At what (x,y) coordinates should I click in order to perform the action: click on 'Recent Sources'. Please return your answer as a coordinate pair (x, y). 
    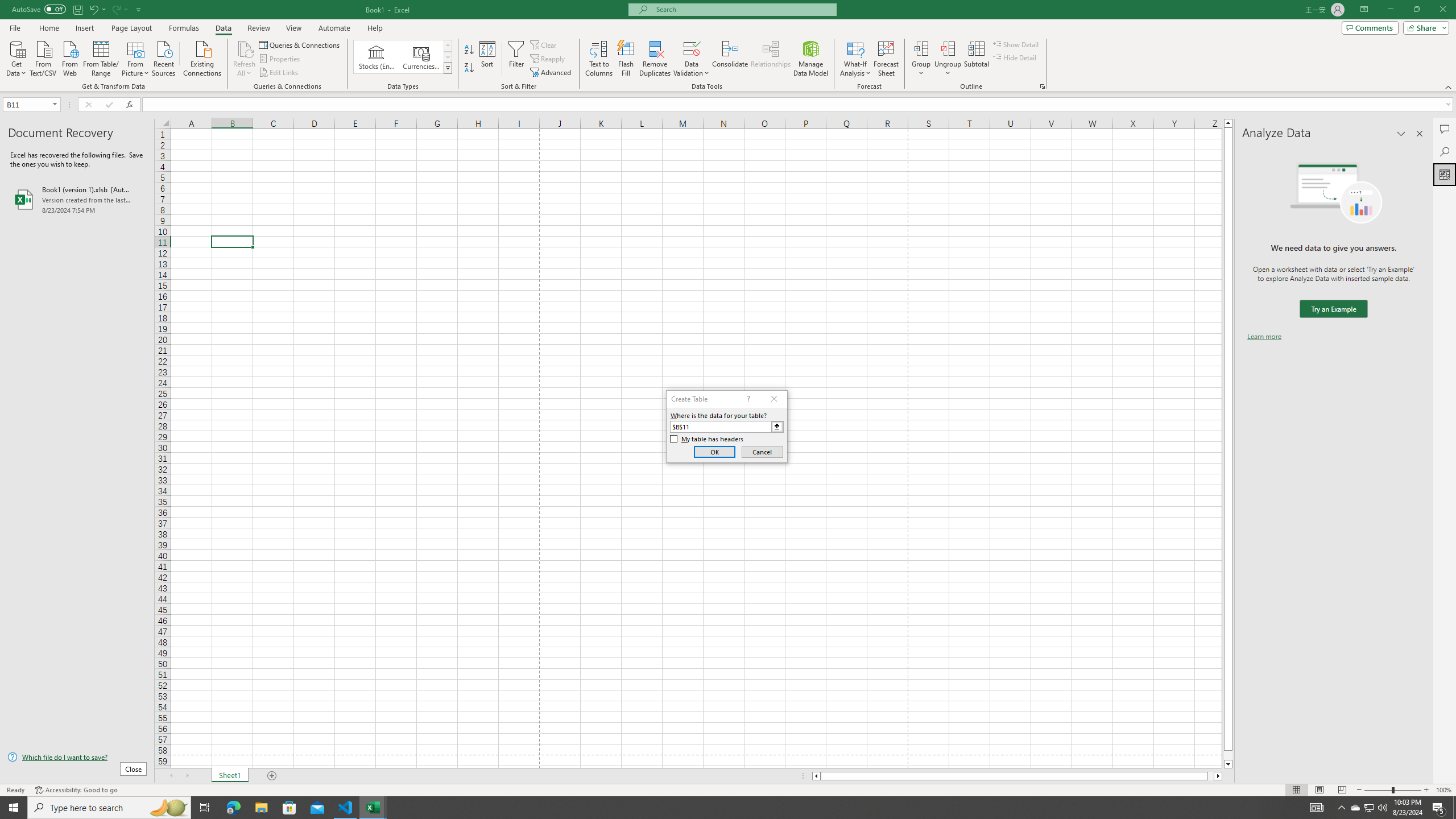
    Looking at the image, I should click on (164, 57).